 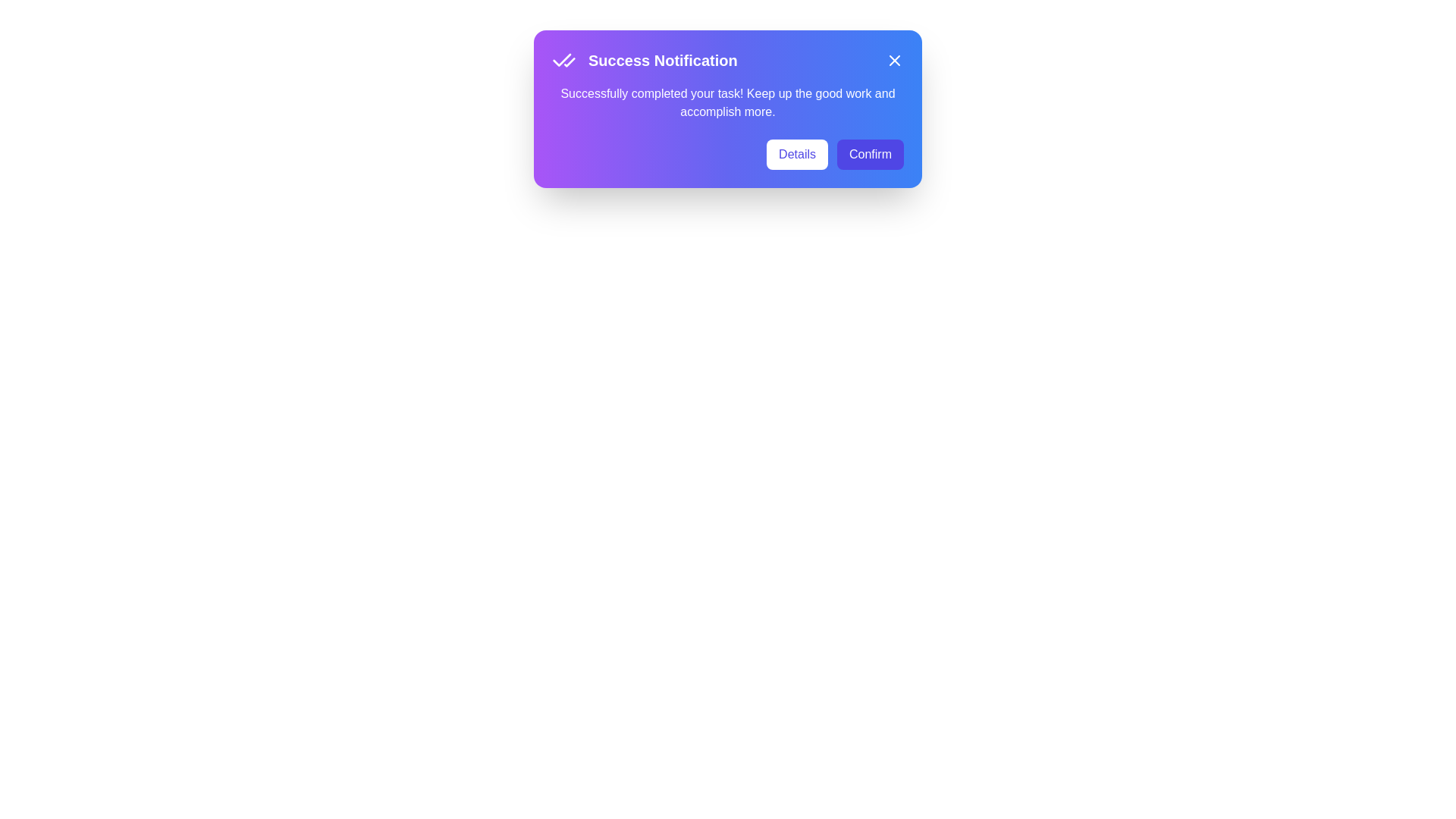 I want to click on 'Details' button to view more information, so click(x=796, y=155).